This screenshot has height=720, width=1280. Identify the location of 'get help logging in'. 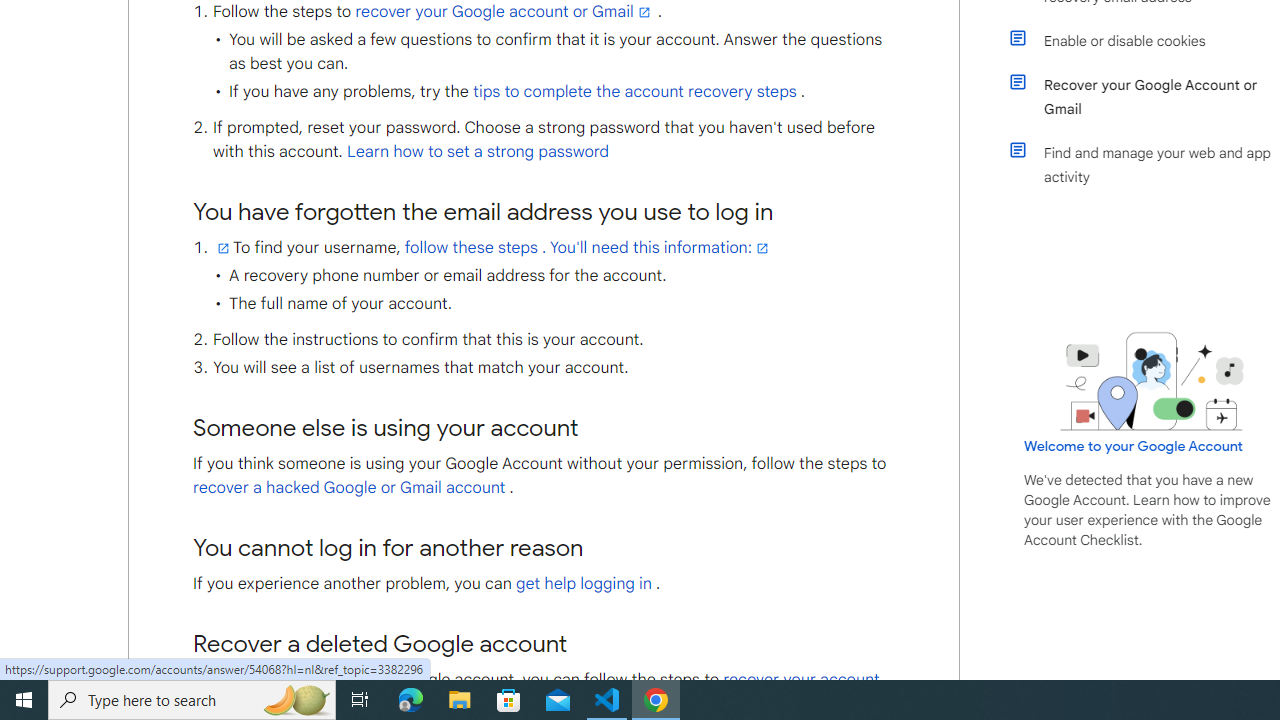
(582, 583).